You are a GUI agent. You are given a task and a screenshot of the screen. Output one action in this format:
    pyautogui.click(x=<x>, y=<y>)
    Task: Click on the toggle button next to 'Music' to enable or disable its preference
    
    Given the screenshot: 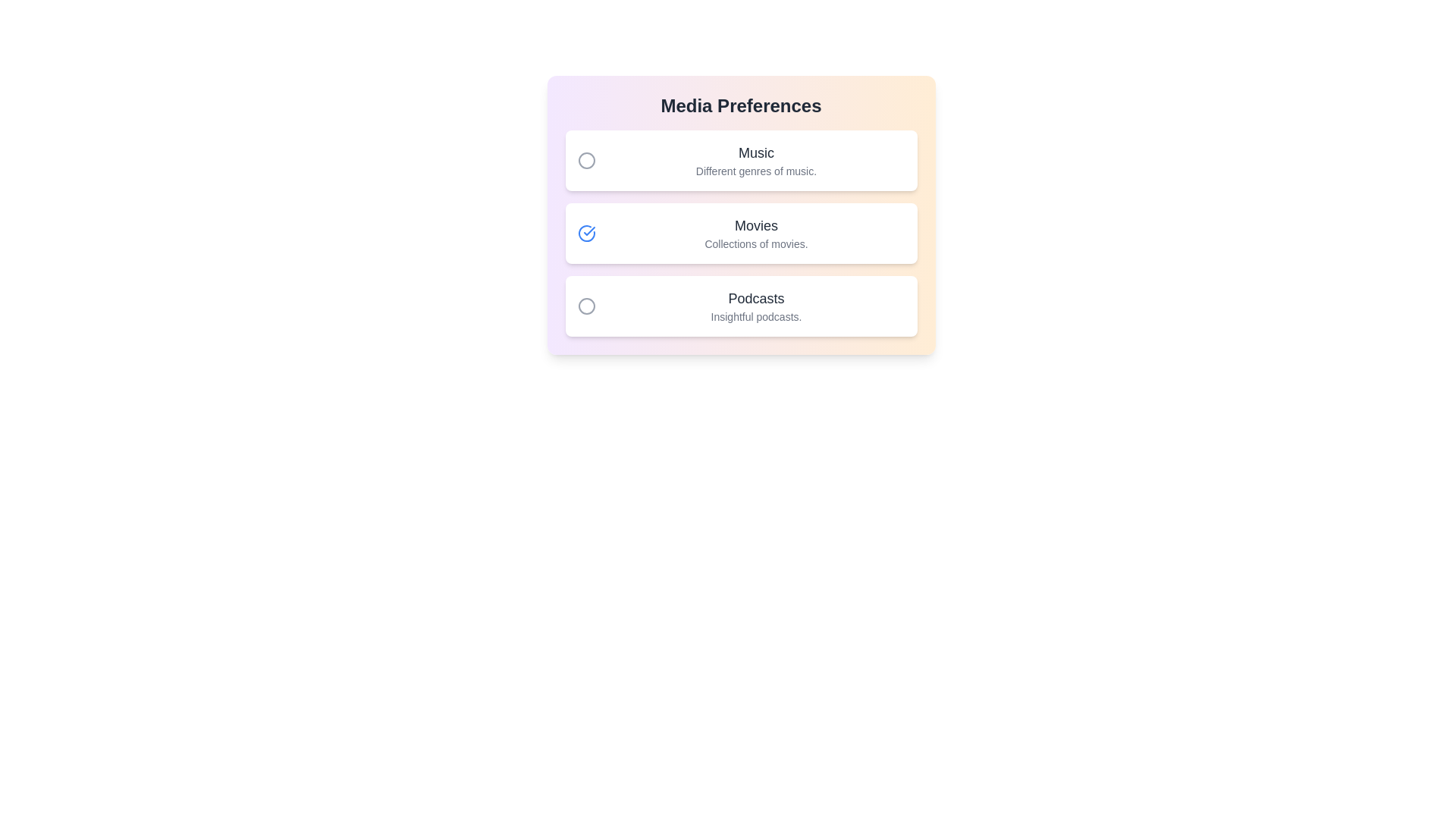 What is the action you would take?
    pyautogui.click(x=585, y=161)
    